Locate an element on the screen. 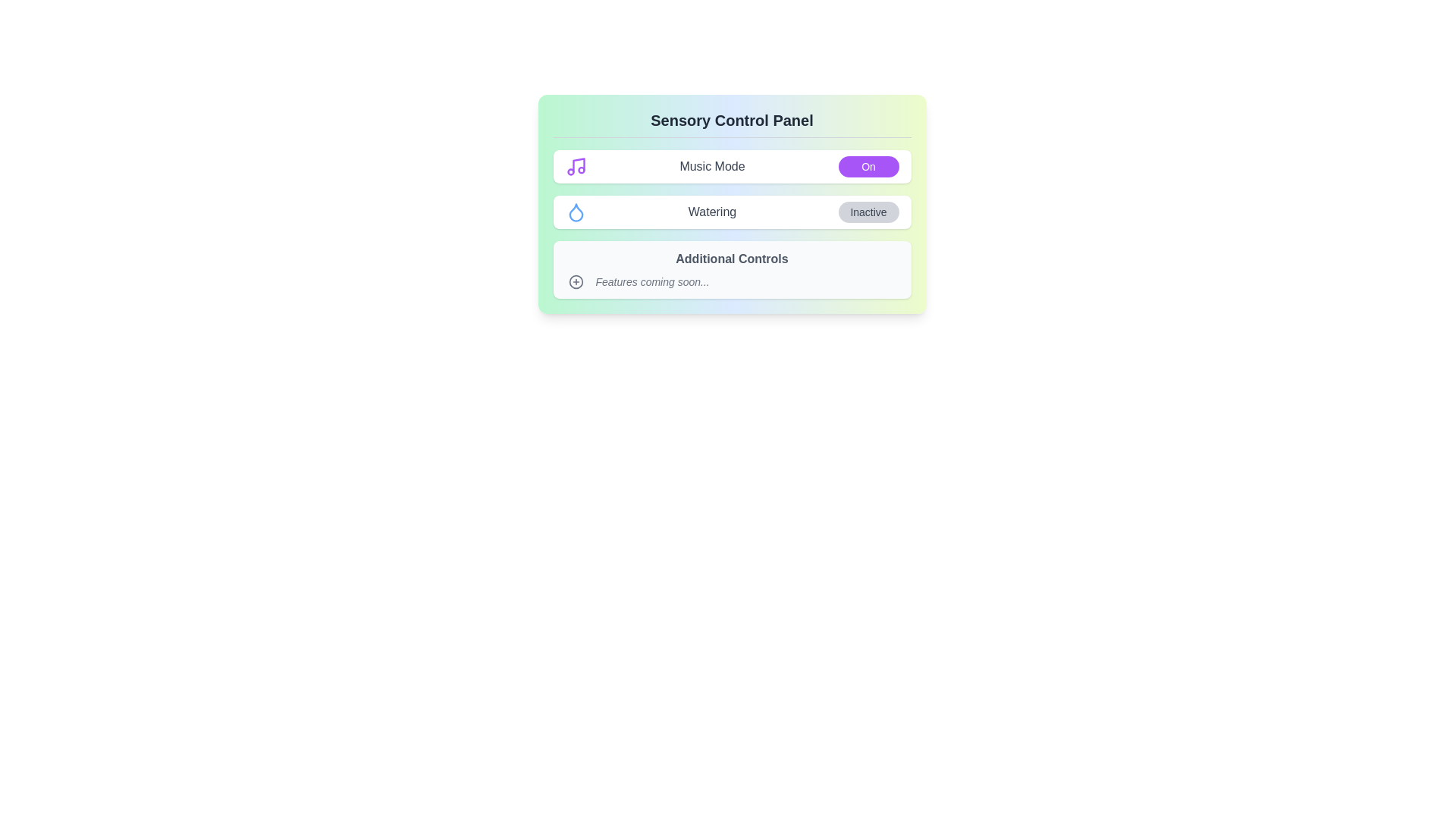 The height and width of the screenshot is (819, 1456). the musical note icon representing the 'Music Mode' feature within the control panel, located at the top-left section of the 'Music Mode' panel is located at coordinates (575, 166).